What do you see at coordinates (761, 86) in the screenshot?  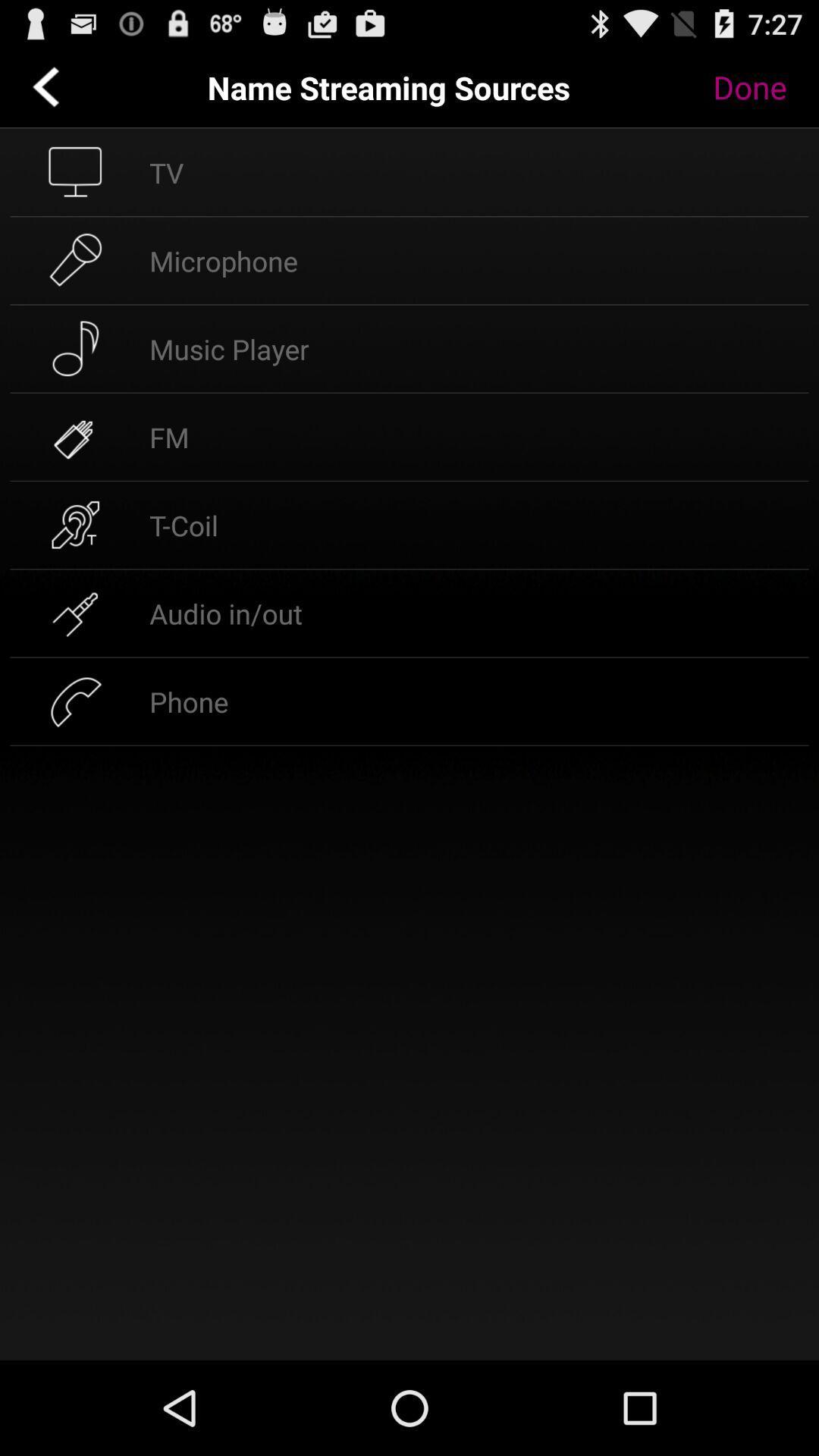 I see `done button` at bounding box center [761, 86].